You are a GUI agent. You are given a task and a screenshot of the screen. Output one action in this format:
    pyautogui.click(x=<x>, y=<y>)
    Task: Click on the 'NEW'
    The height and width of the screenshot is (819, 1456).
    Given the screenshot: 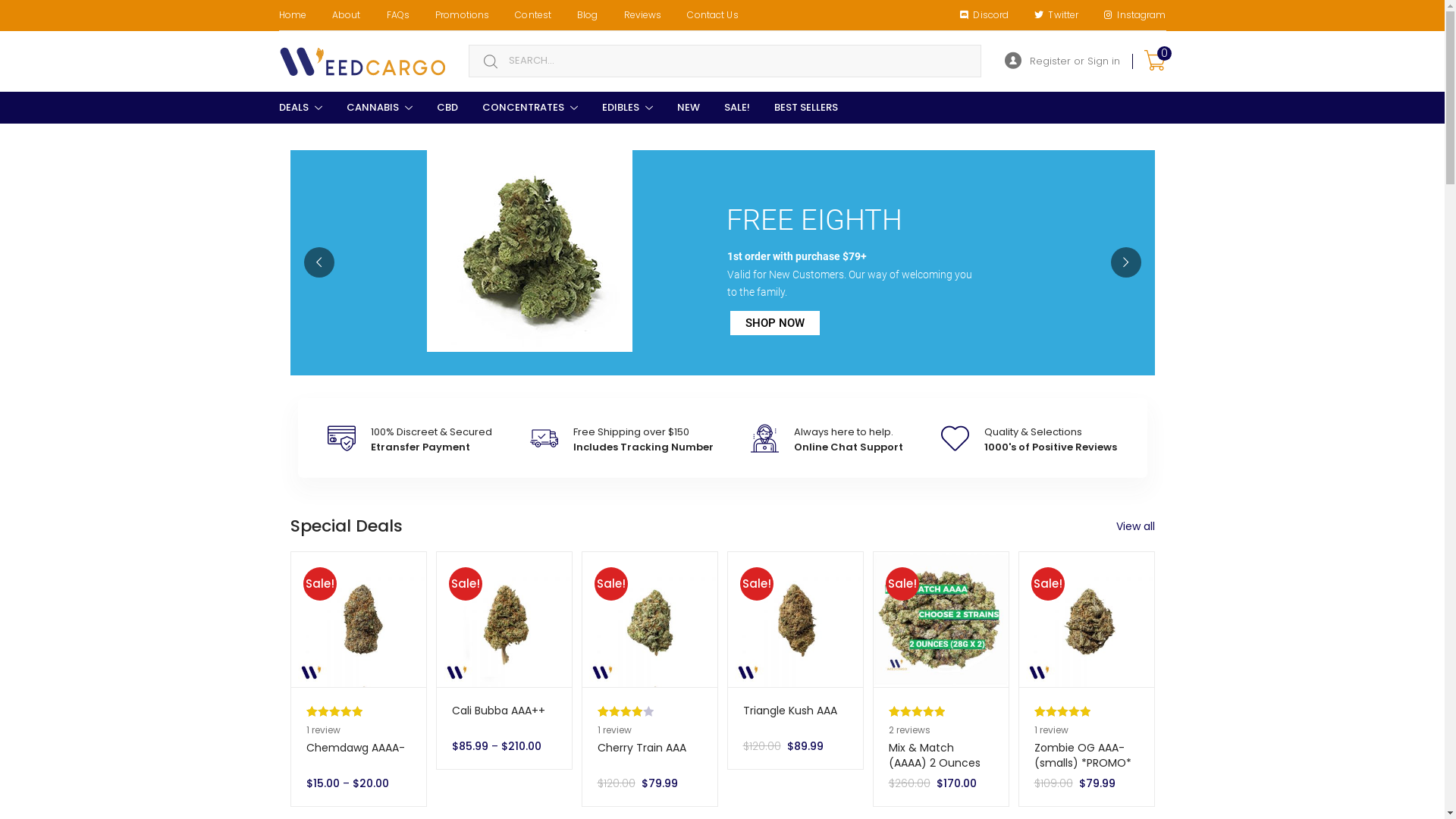 What is the action you would take?
    pyautogui.click(x=687, y=107)
    